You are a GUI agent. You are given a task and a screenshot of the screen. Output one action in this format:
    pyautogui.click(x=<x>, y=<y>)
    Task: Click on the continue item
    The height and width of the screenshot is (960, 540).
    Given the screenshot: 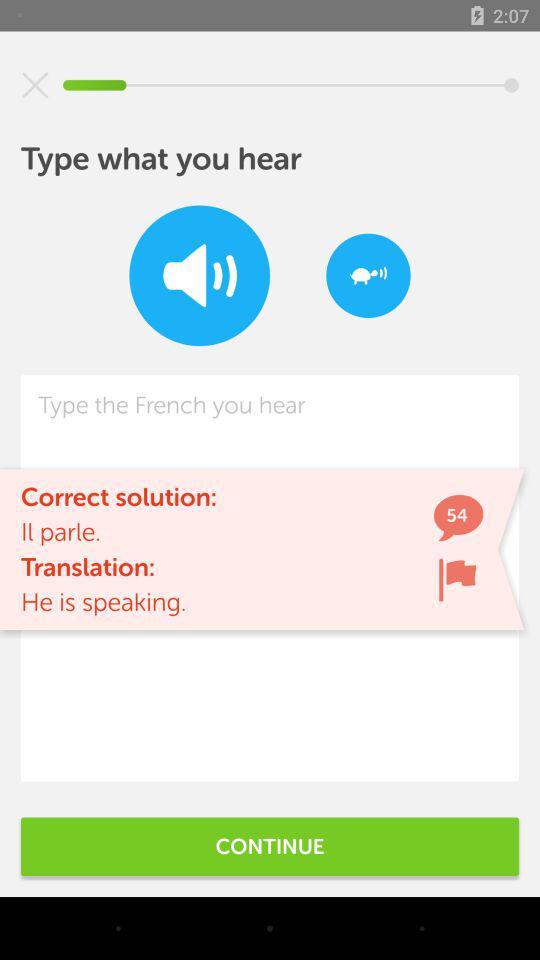 What is the action you would take?
    pyautogui.click(x=270, y=845)
    